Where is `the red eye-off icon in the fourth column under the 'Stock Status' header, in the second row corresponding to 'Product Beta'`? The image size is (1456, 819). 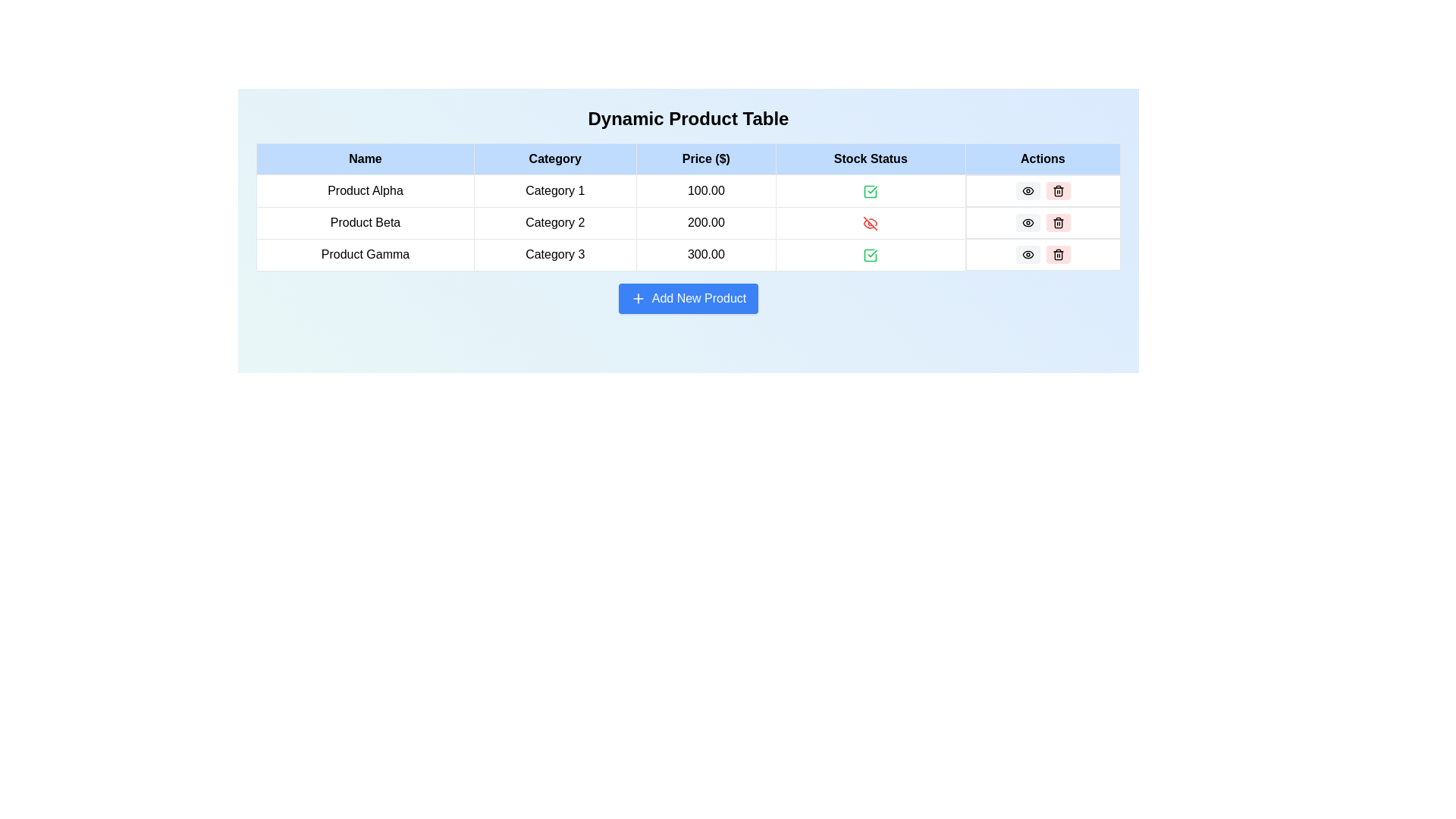
the red eye-off icon in the fourth column under the 'Stock Status' header, in the second row corresponding to 'Product Beta' is located at coordinates (871, 222).